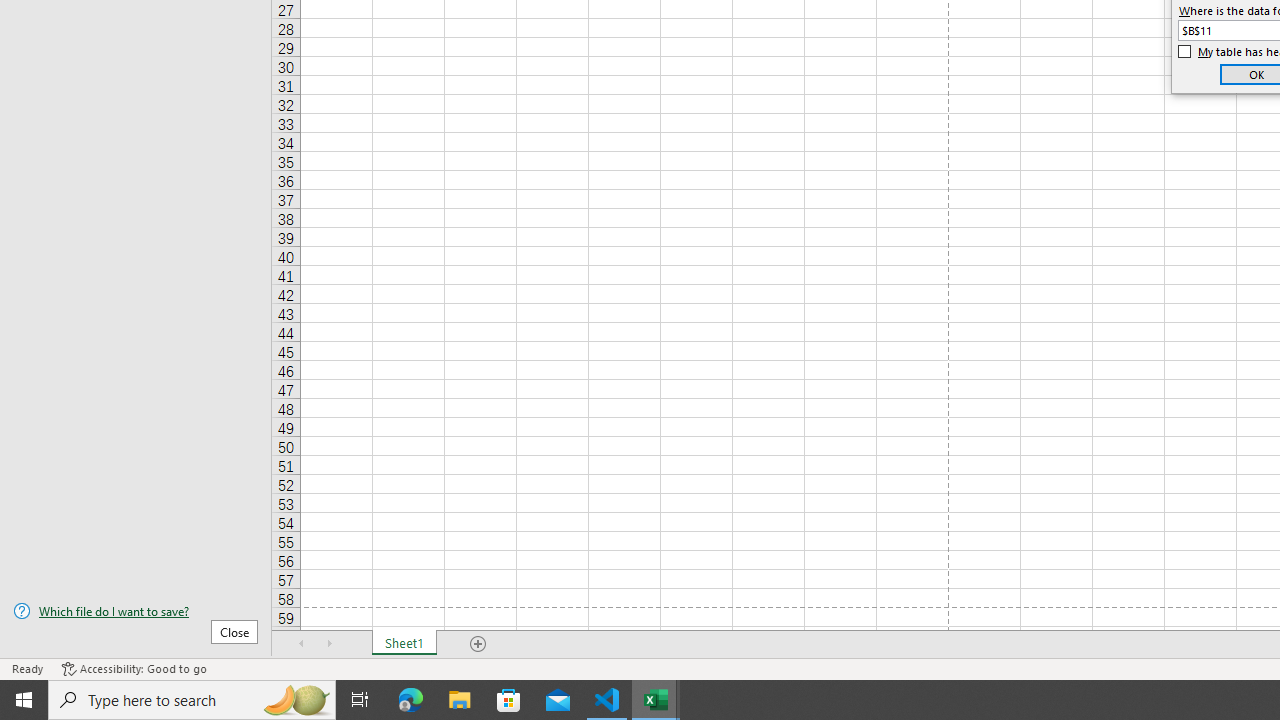  What do you see at coordinates (301, 644) in the screenshot?
I see `'Scroll Left'` at bounding box center [301, 644].